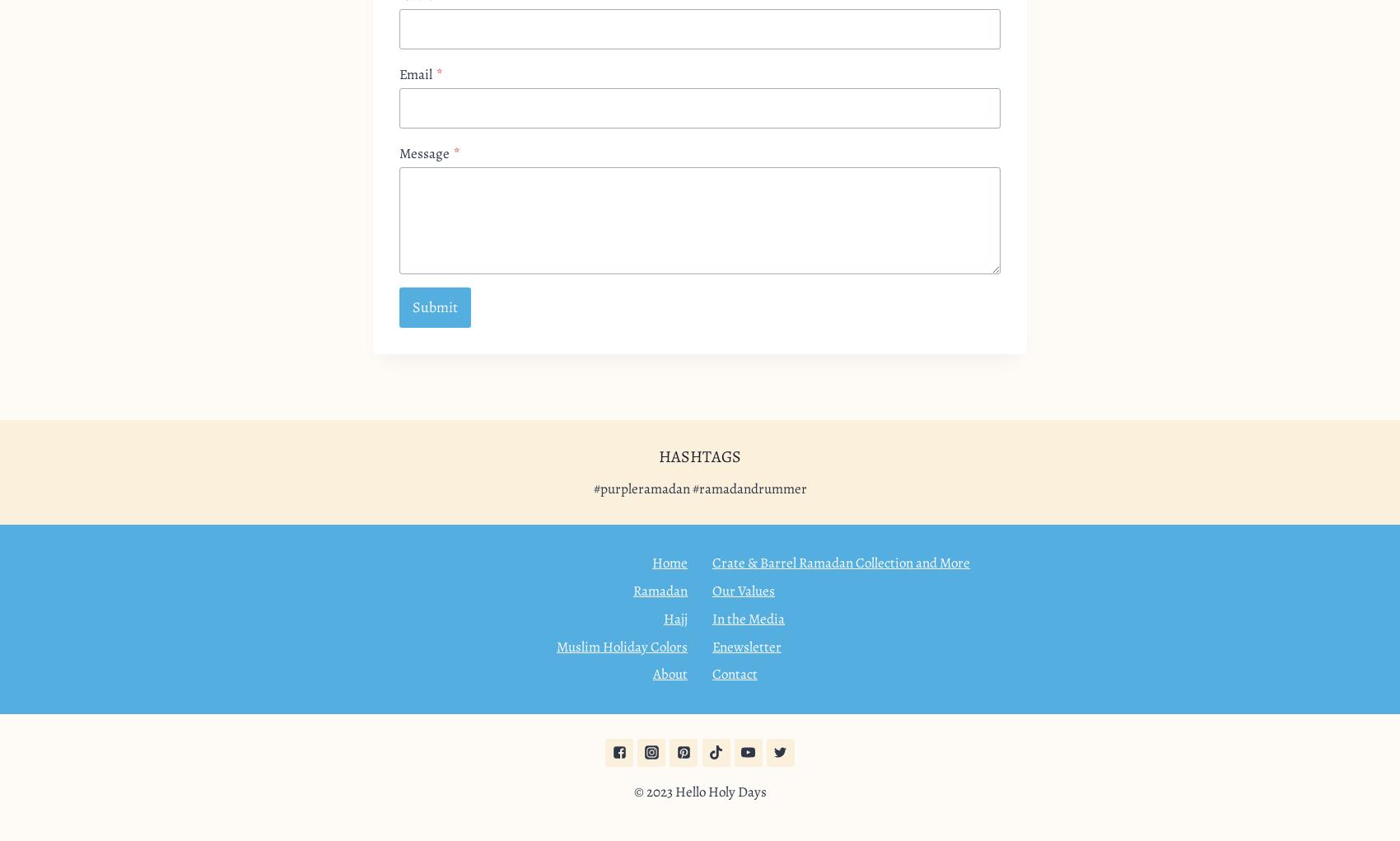  What do you see at coordinates (700, 455) in the screenshot?
I see `'Hashtags'` at bounding box center [700, 455].